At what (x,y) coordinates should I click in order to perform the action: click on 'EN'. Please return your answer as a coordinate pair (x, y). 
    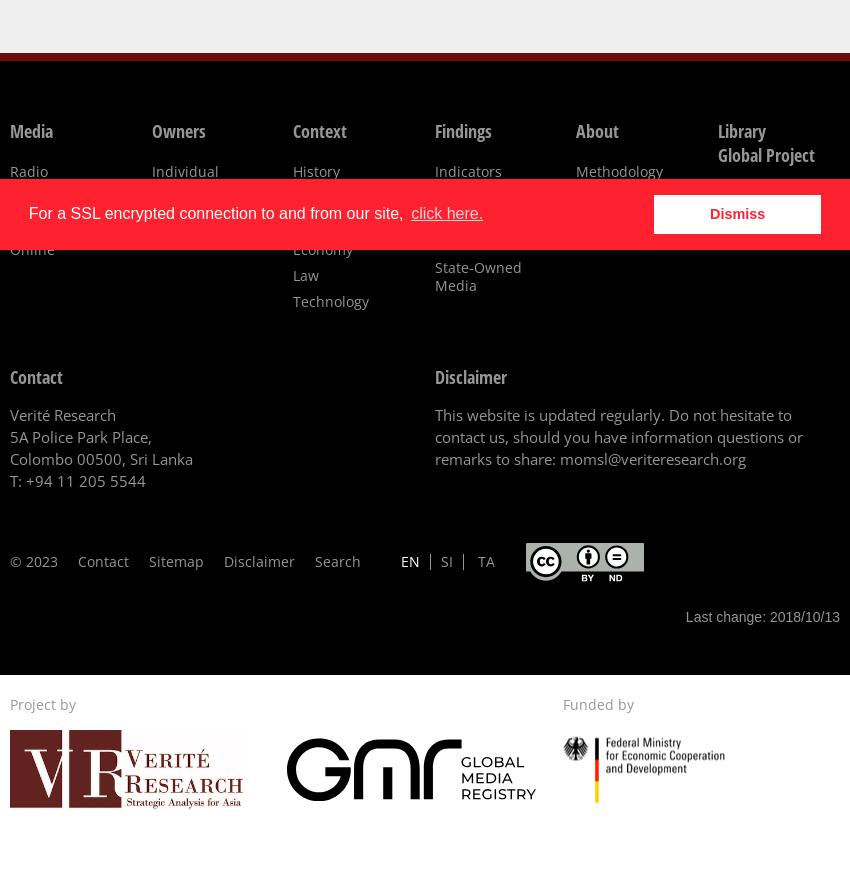
    Looking at the image, I should click on (401, 560).